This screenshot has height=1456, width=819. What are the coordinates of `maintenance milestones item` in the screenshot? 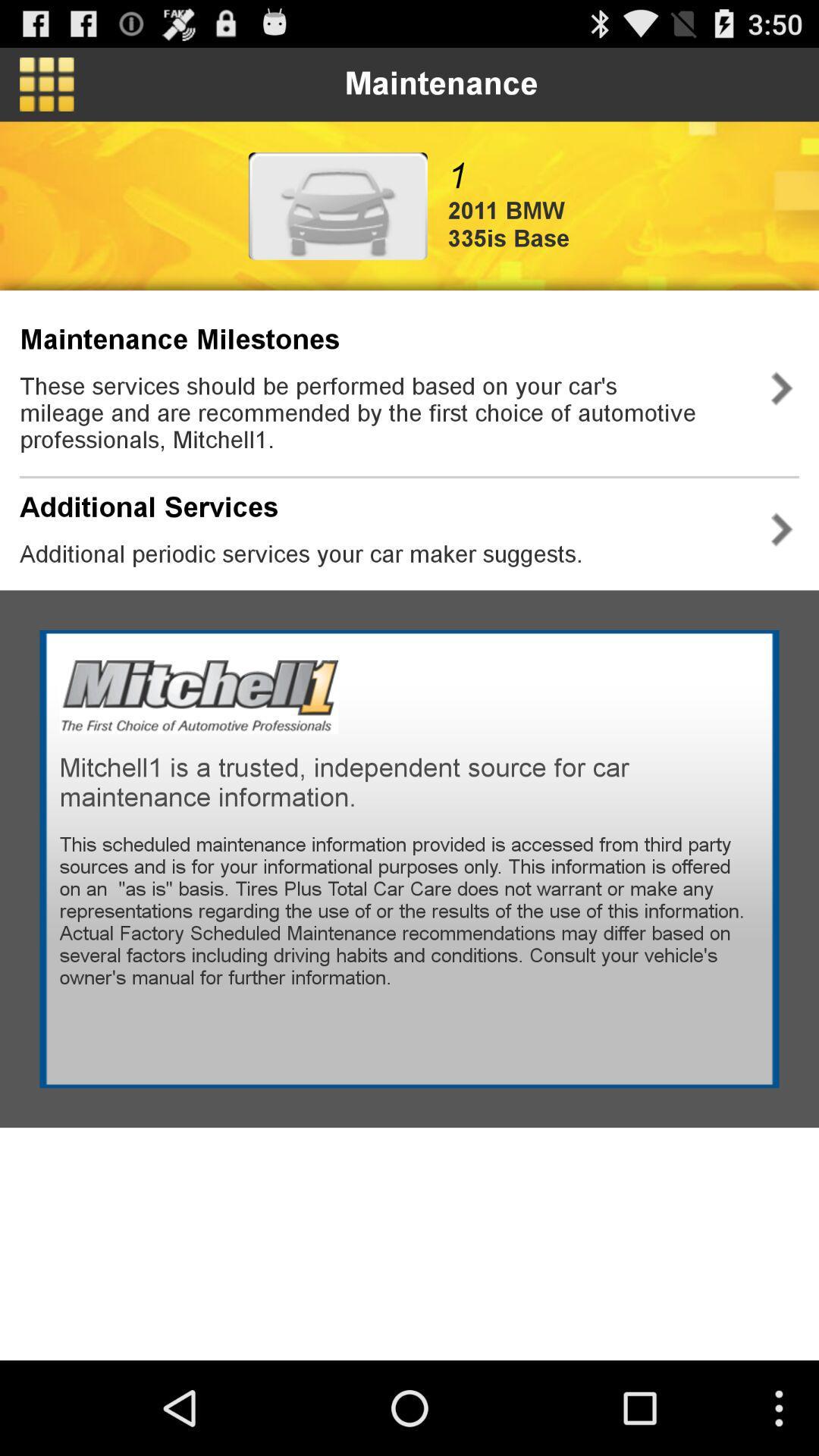 It's located at (179, 339).